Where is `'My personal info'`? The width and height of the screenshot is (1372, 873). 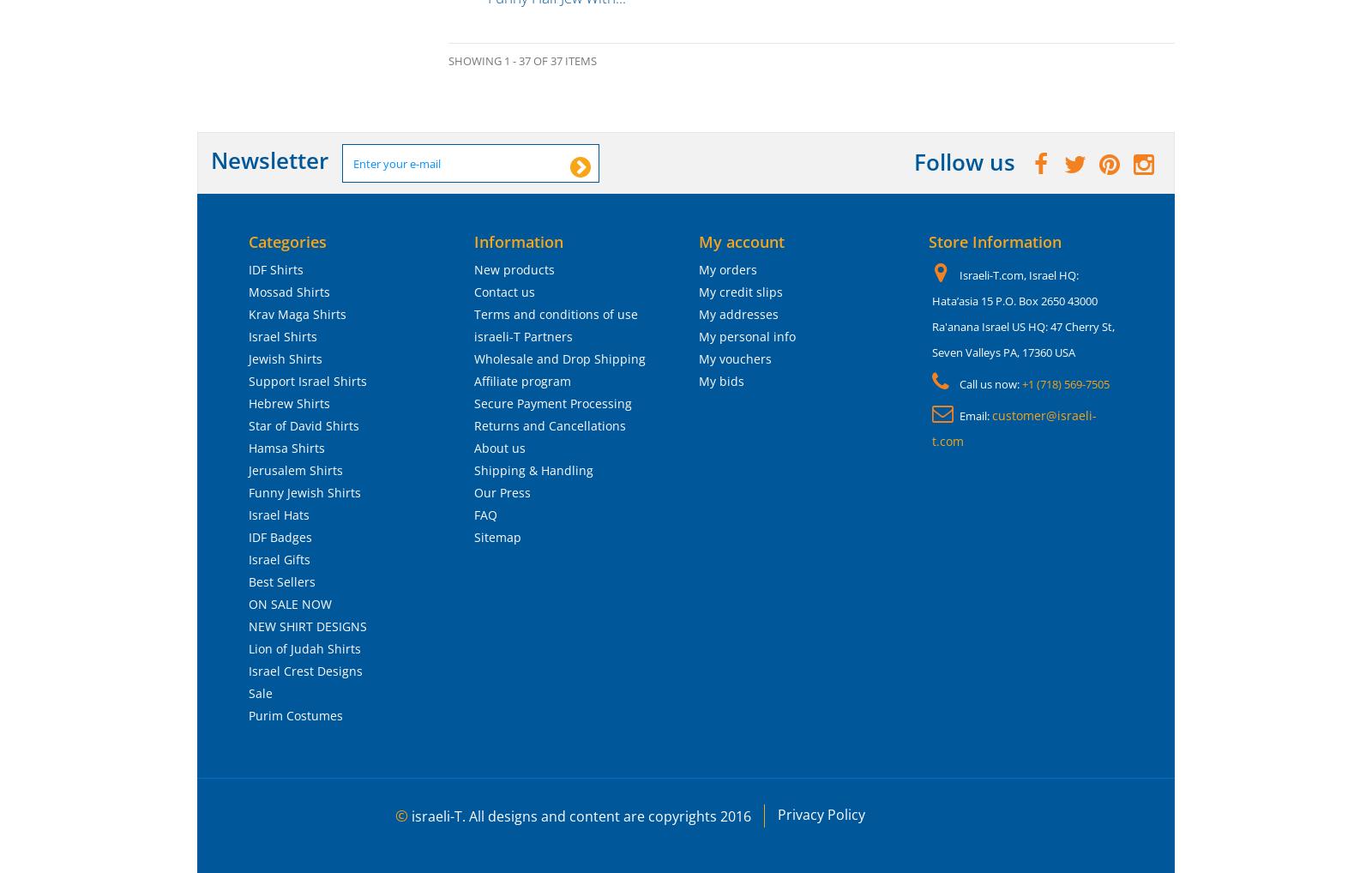 'My personal info' is located at coordinates (746, 336).